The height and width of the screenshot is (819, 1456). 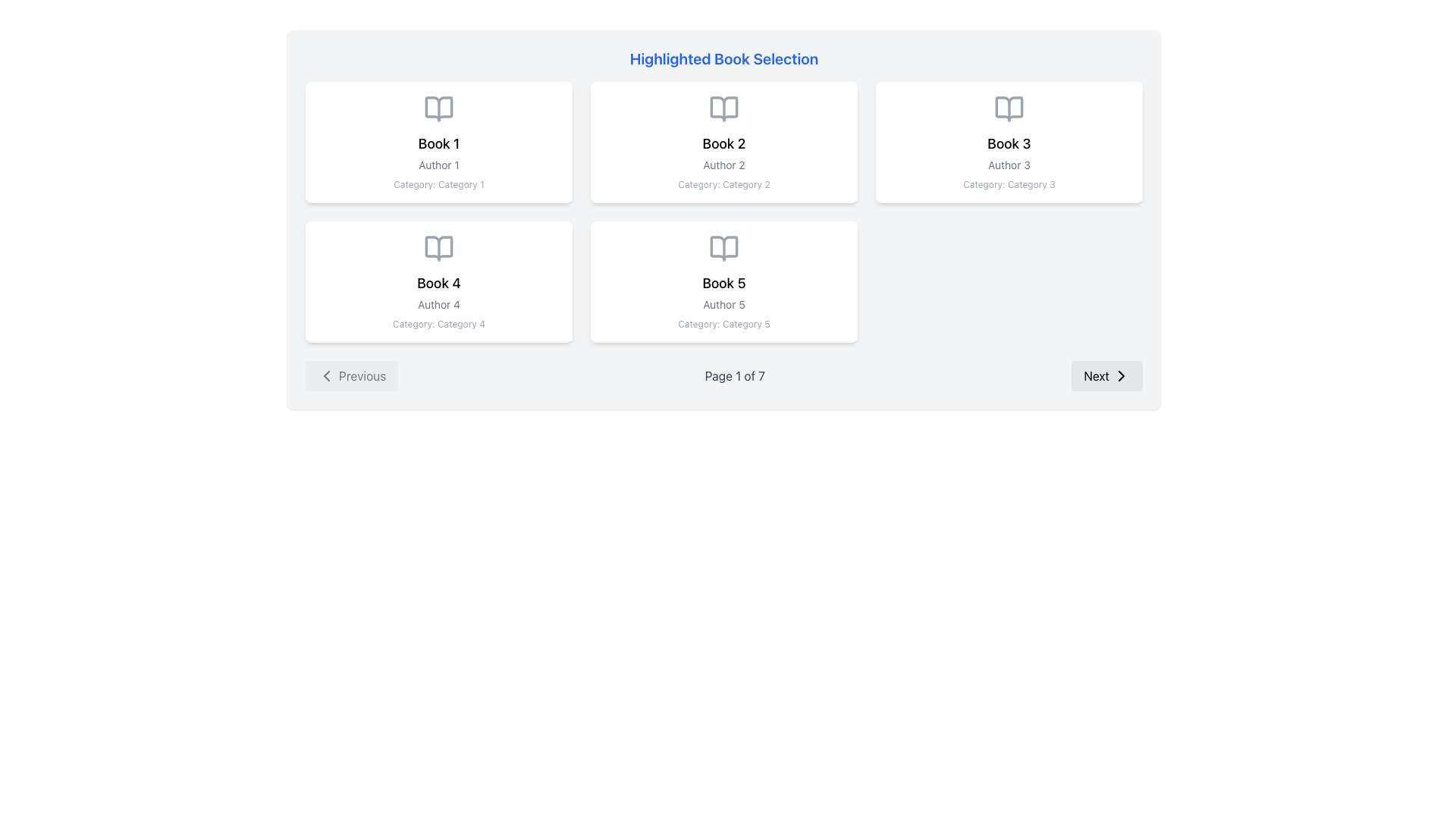 I want to click on the text label displaying 'Category 3' for 'Book 3', so click(x=1009, y=184).